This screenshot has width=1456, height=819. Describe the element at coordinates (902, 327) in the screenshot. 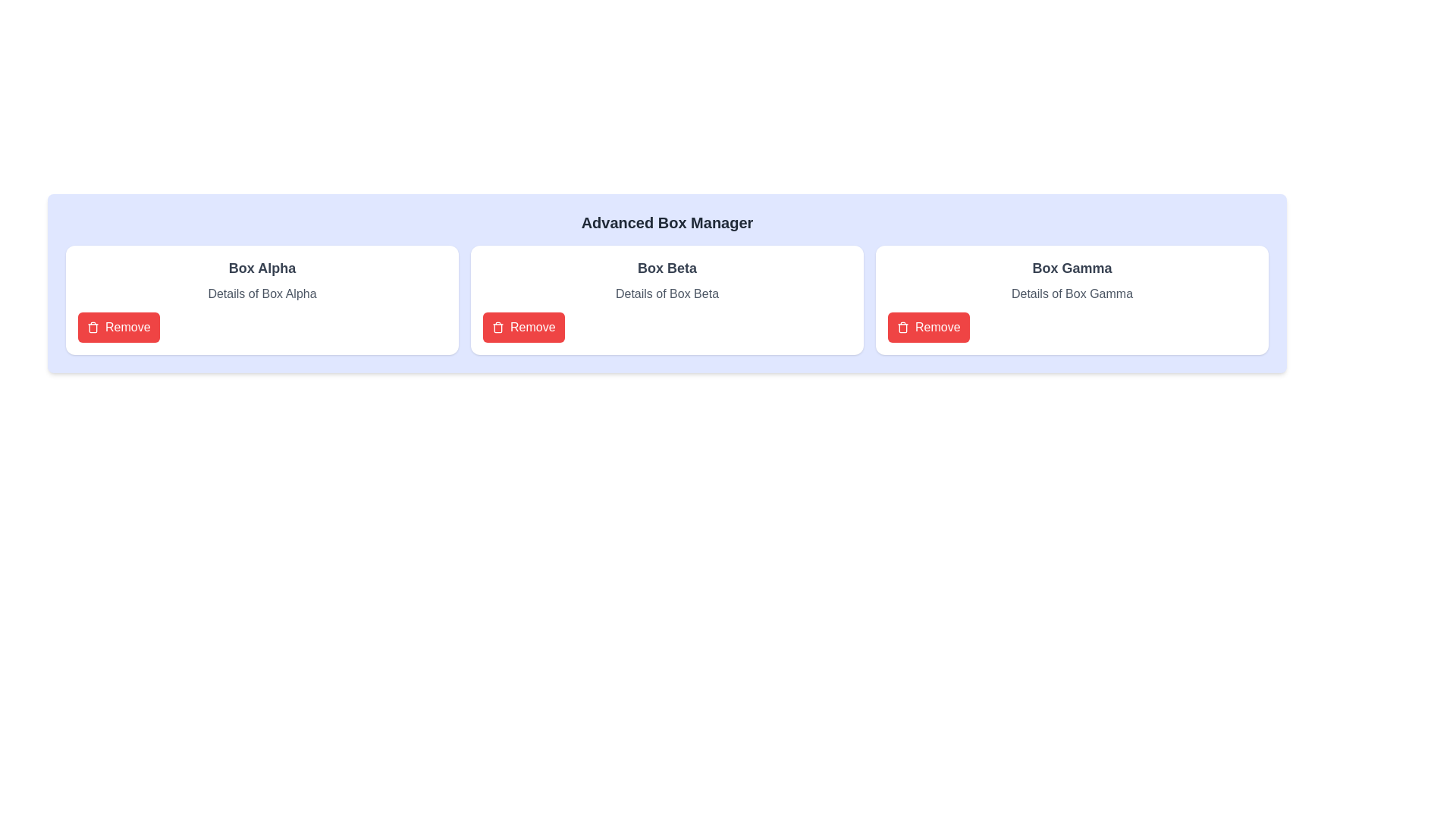

I see `the deletion icon within the 'Remove' button of the 'Box Beta' card` at that location.